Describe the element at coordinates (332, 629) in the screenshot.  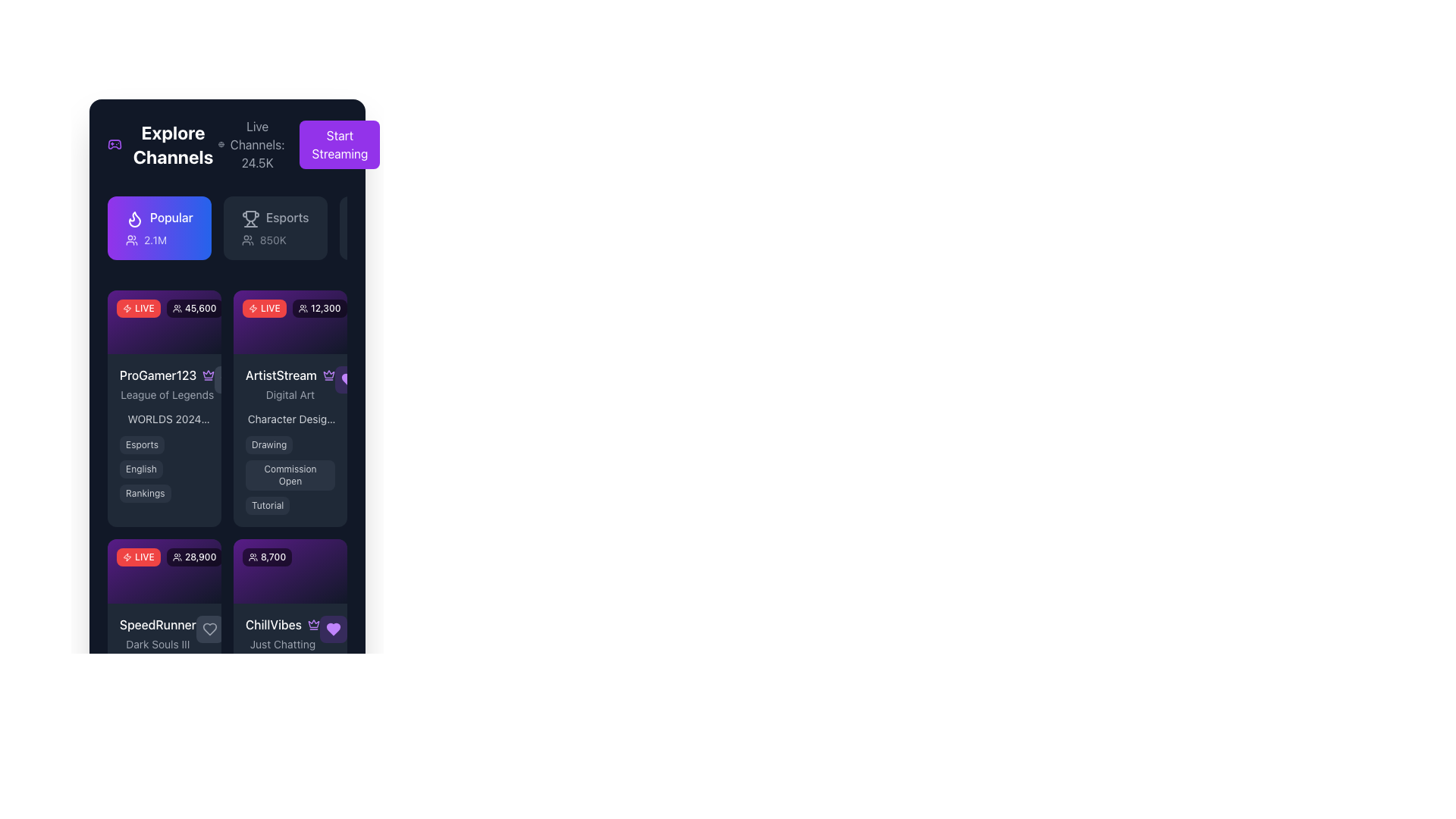
I see `the 'favorite' button with an embedded icon located at the bottom-right corner of the 'ChillVibes' card, adjacent to the text 'Just Chatting'` at that location.